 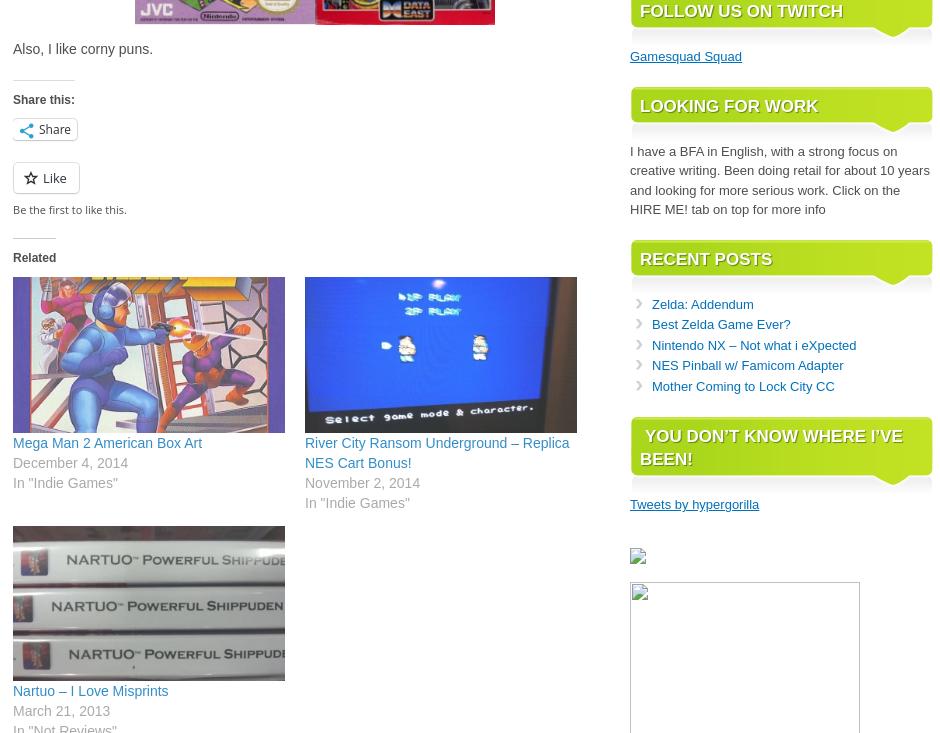 What do you see at coordinates (746, 364) in the screenshot?
I see `'NES Pinball w/ Famicom Adapter'` at bounding box center [746, 364].